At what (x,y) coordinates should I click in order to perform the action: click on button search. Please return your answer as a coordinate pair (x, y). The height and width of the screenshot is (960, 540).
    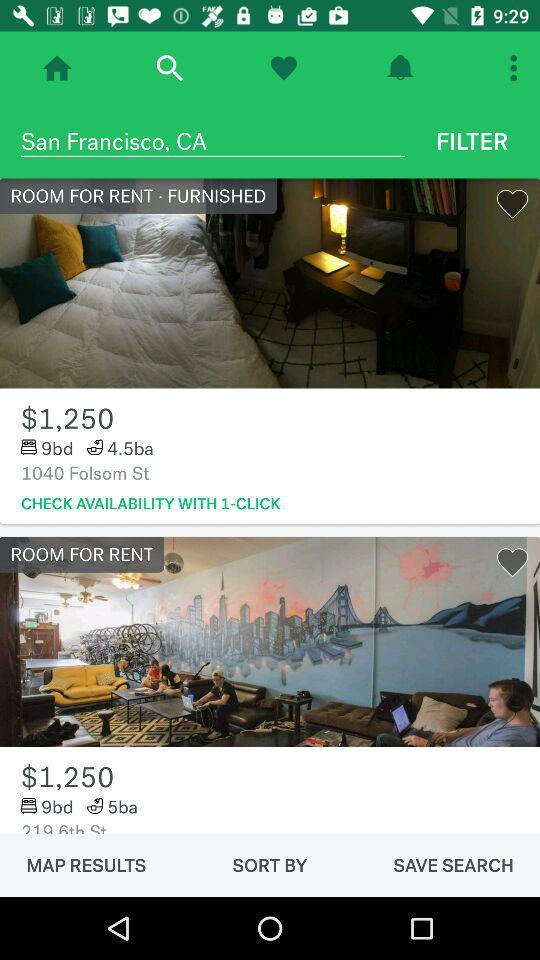
    Looking at the image, I should click on (168, 68).